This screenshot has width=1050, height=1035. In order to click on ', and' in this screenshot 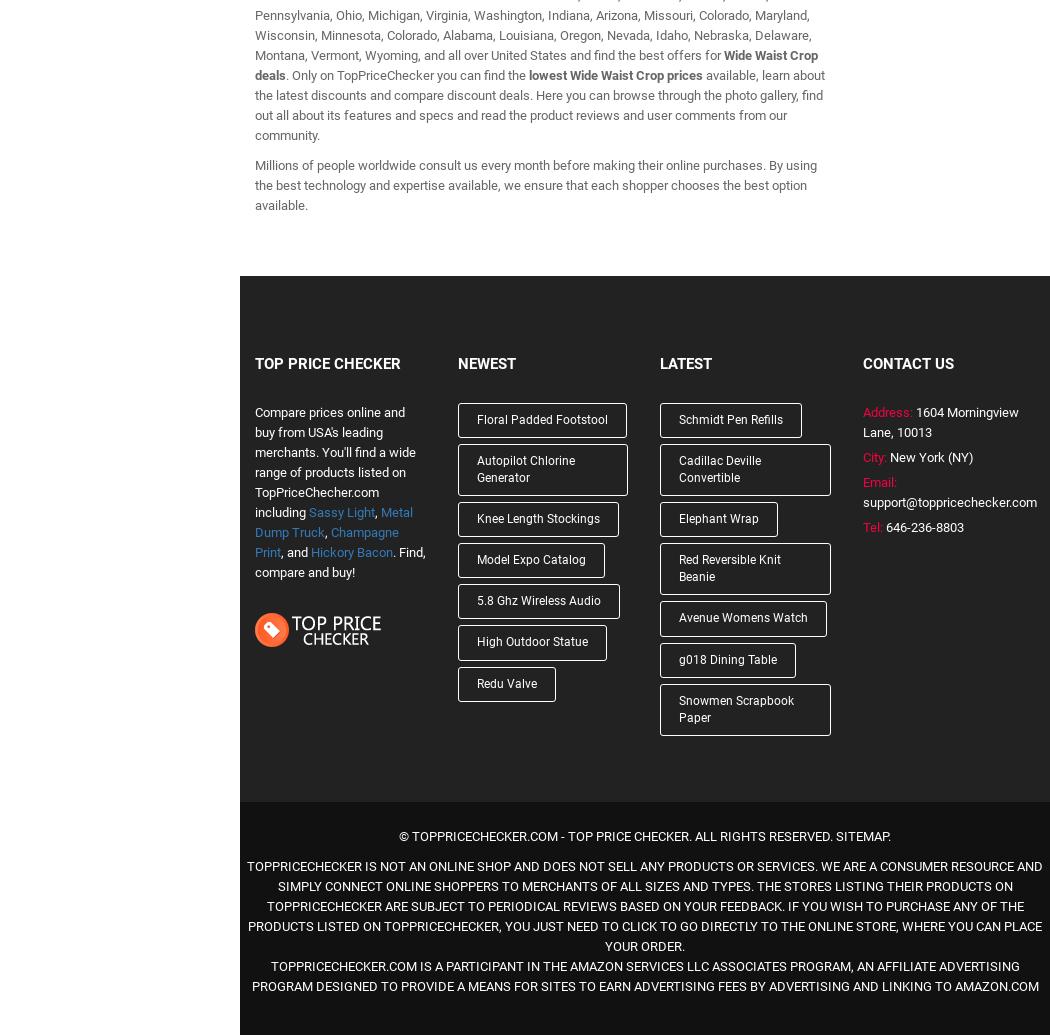, I will do `click(294, 550)`.